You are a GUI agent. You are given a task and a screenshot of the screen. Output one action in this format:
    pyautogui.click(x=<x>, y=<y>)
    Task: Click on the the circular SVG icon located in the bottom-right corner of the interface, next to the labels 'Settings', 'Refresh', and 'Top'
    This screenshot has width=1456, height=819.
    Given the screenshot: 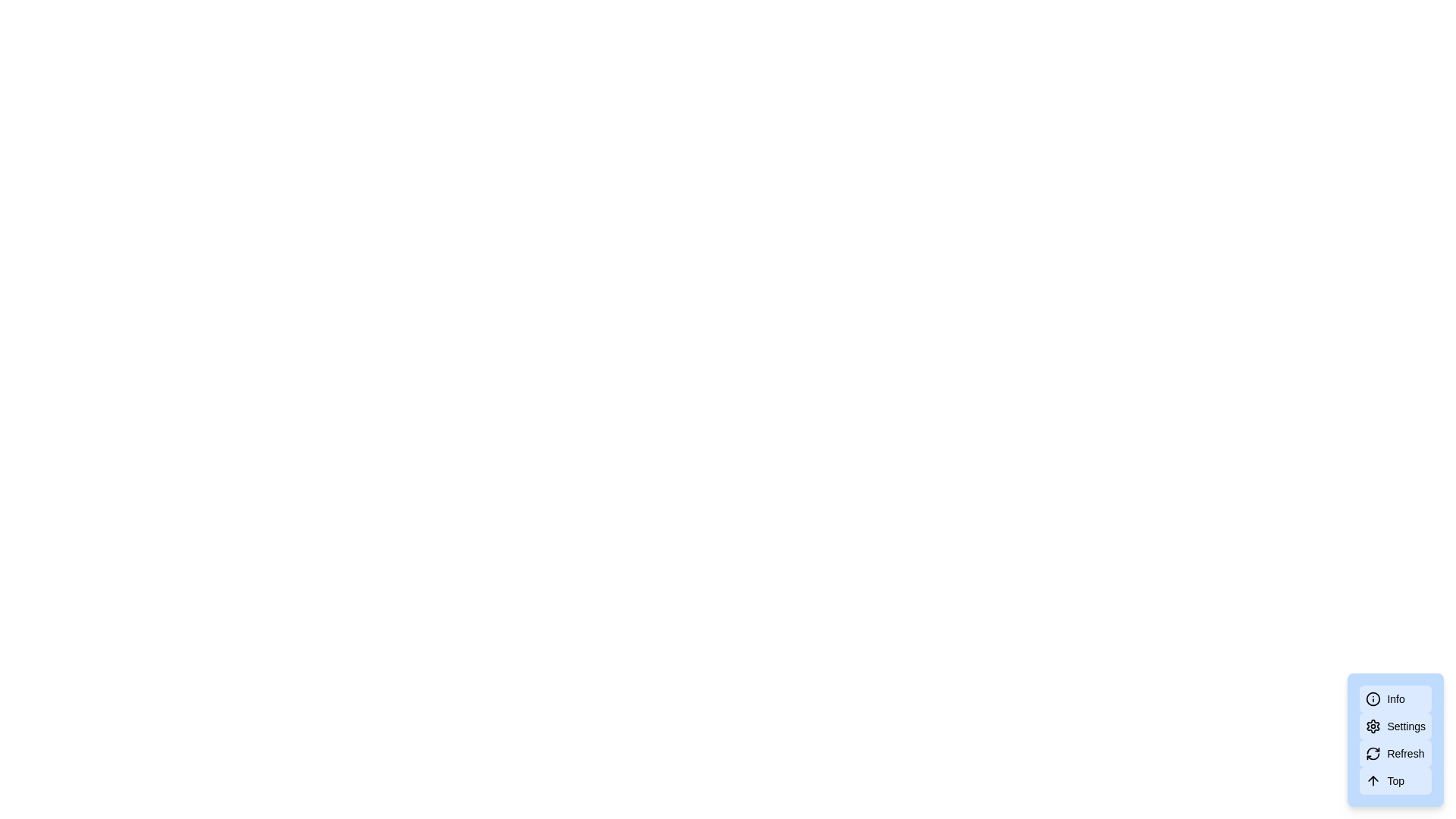 What is the action you would take?
    pyautogui.click(x=1373, y=698)
    